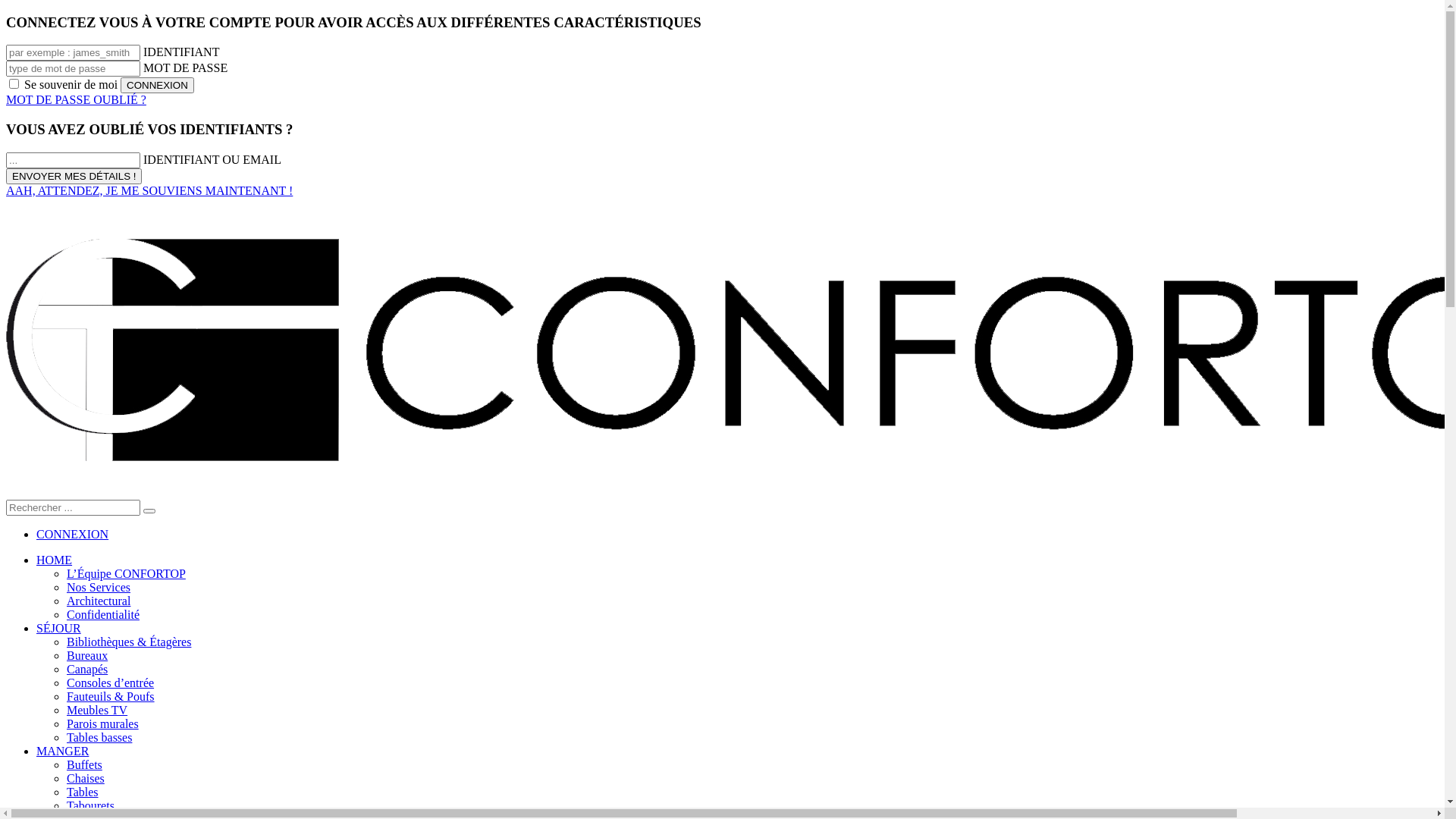 The width and height of the screenshot is (1456, 819). What do you see at coordinates (61, 751) in the screenshot?
I see `'MANGER'` at bounding box center [61, 751].